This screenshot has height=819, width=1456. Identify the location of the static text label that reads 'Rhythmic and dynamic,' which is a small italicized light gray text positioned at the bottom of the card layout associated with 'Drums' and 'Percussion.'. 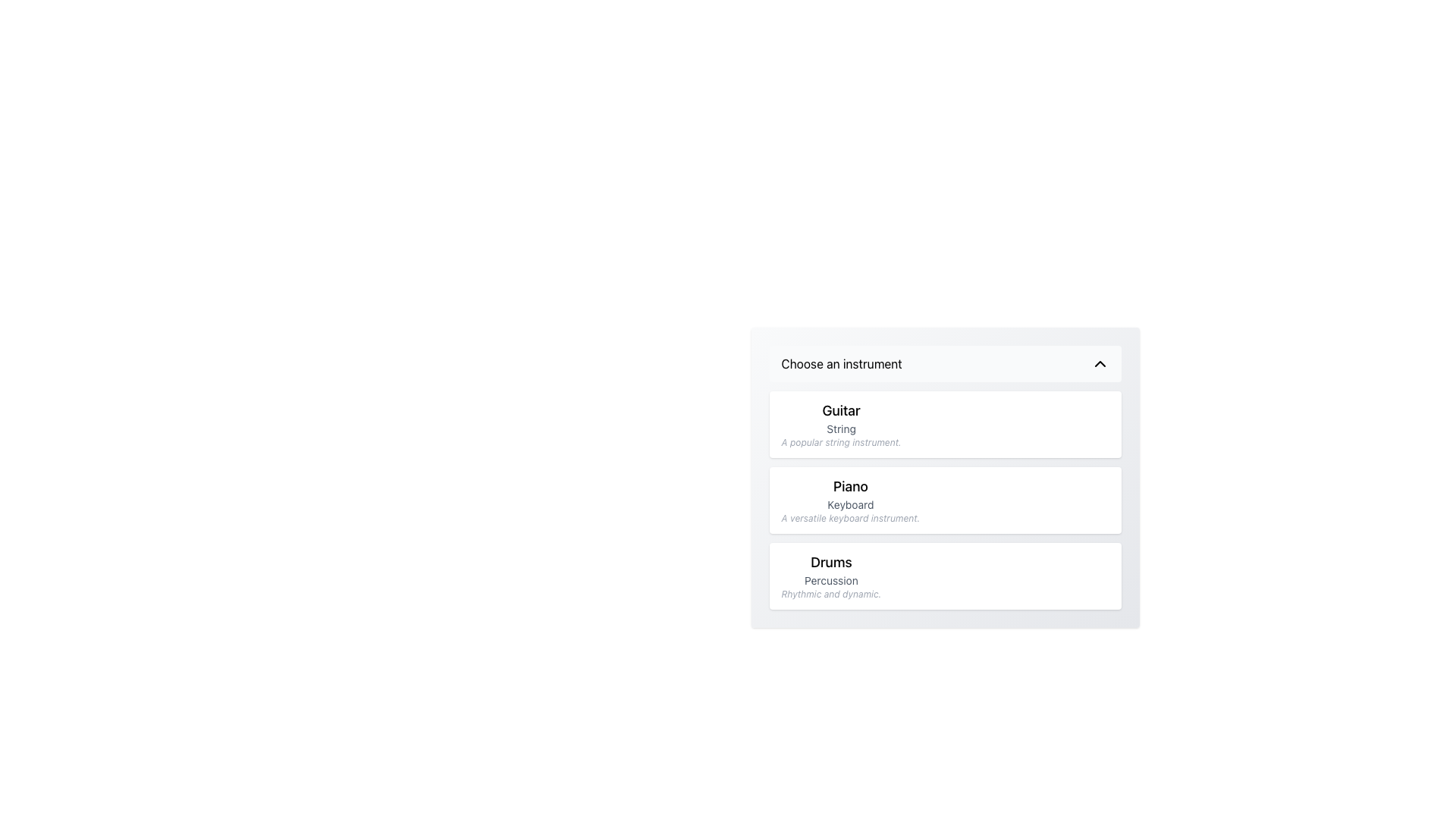
(830, 593).